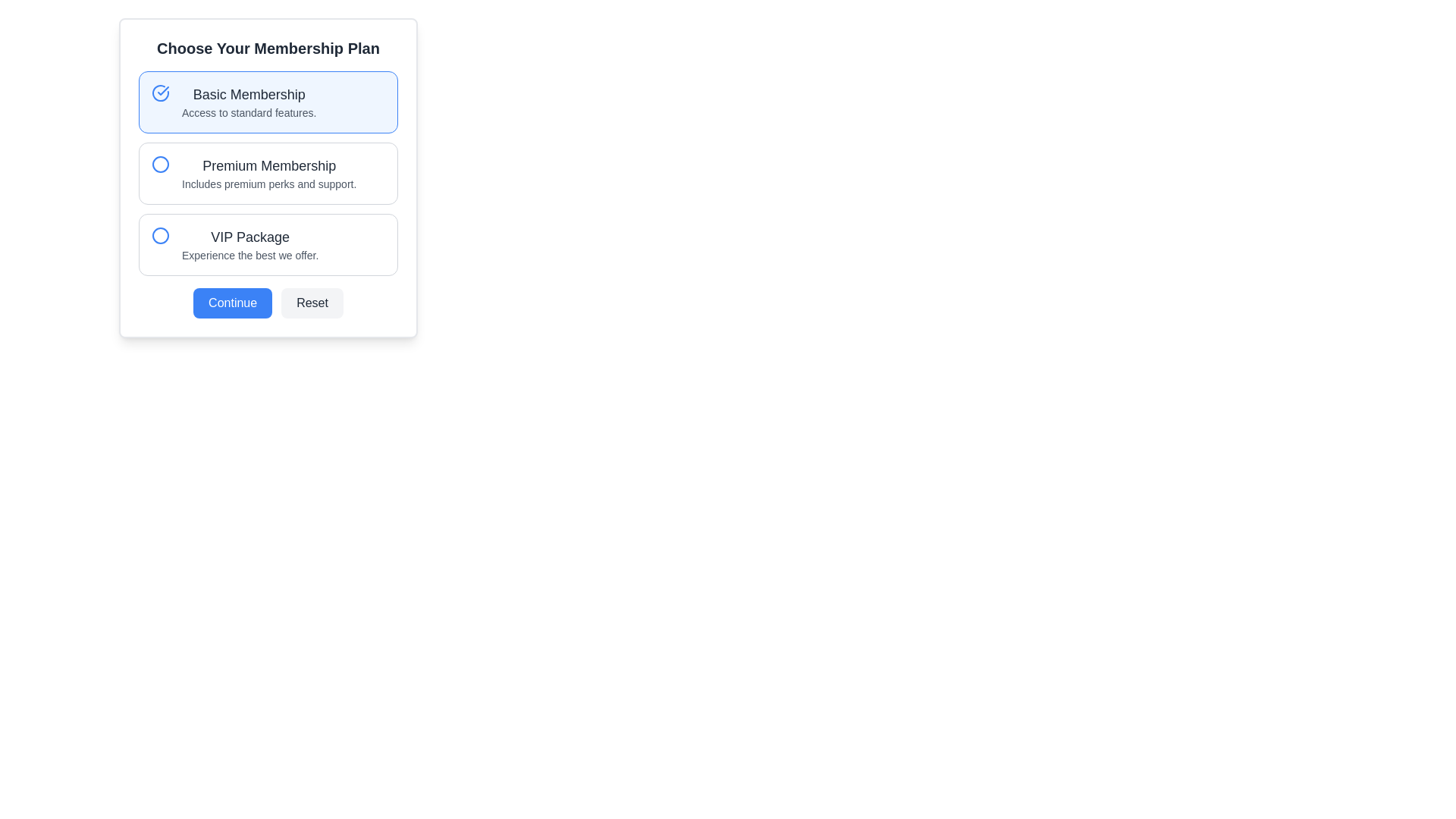 This screenshot has width=1456, height=819. What do you see at coordinates (268, 102) in the screenshot?
I see `the 'Basic Membership' option card, which is the first card in the vertical stack of membership plans under the 'Choose Your Membership Plan' section` at bounding box center [268, 102].